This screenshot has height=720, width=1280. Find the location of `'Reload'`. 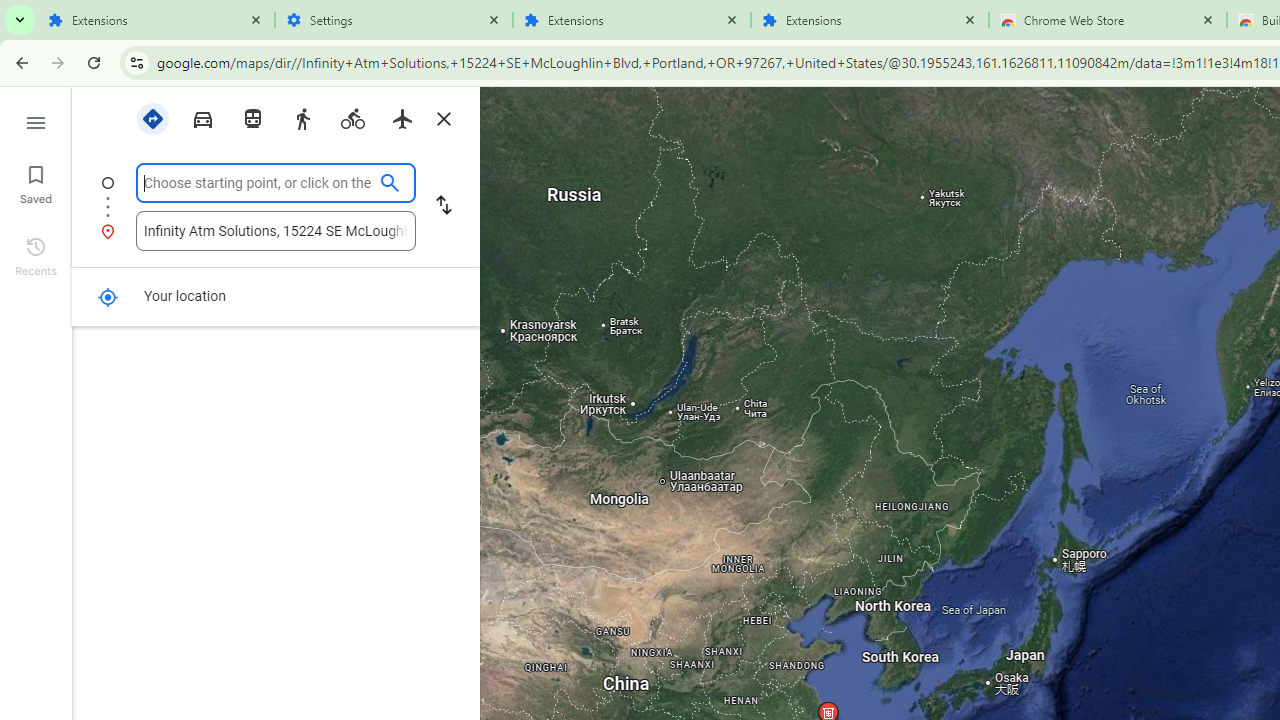

'Reload' is located at coordinates (93, 61).